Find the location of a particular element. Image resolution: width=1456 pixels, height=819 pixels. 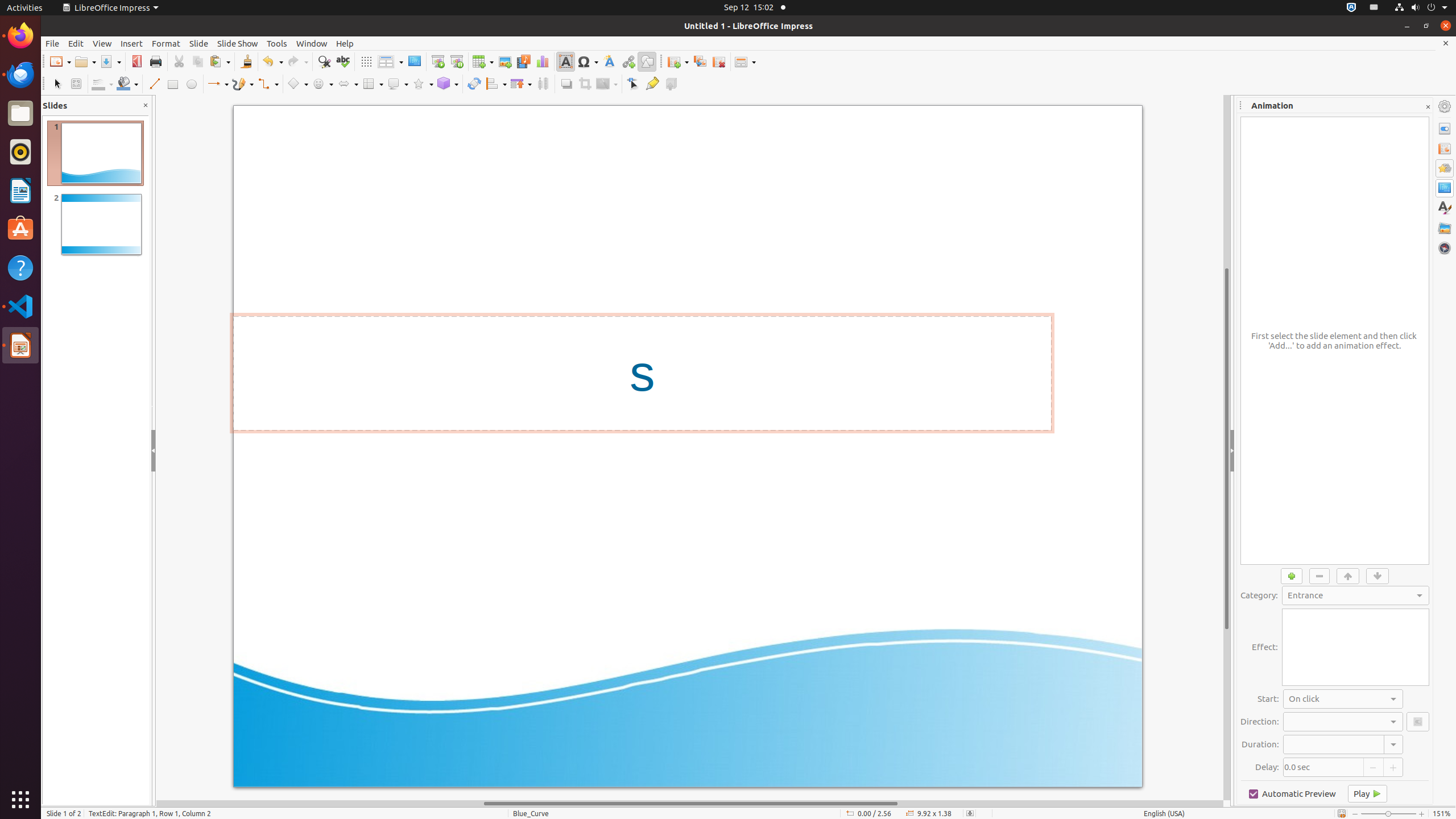

'Basic Shapes' is located at coordinates (297, 83).